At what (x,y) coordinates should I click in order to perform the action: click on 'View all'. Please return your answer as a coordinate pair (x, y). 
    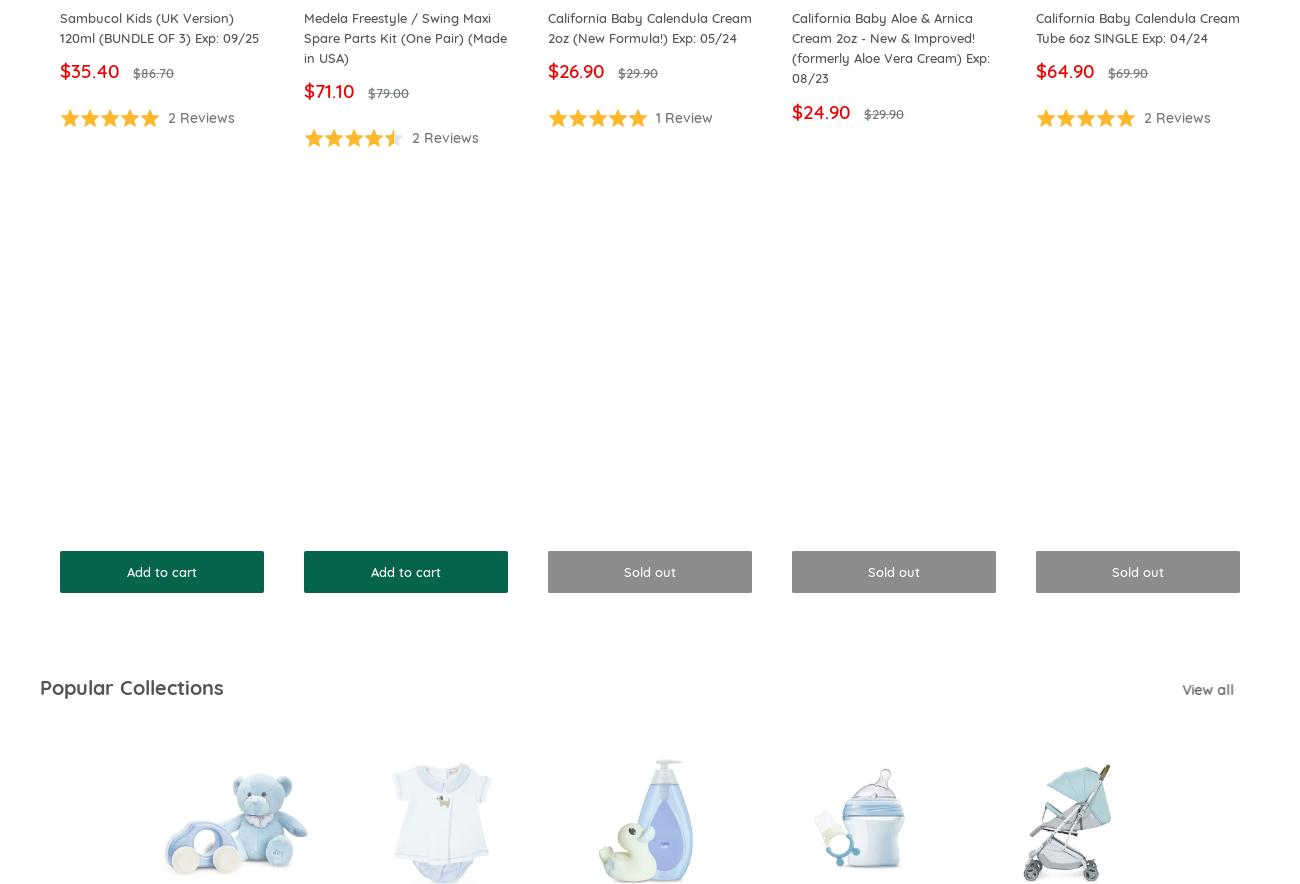
    Looking at the image, I should click on (1235, 688).